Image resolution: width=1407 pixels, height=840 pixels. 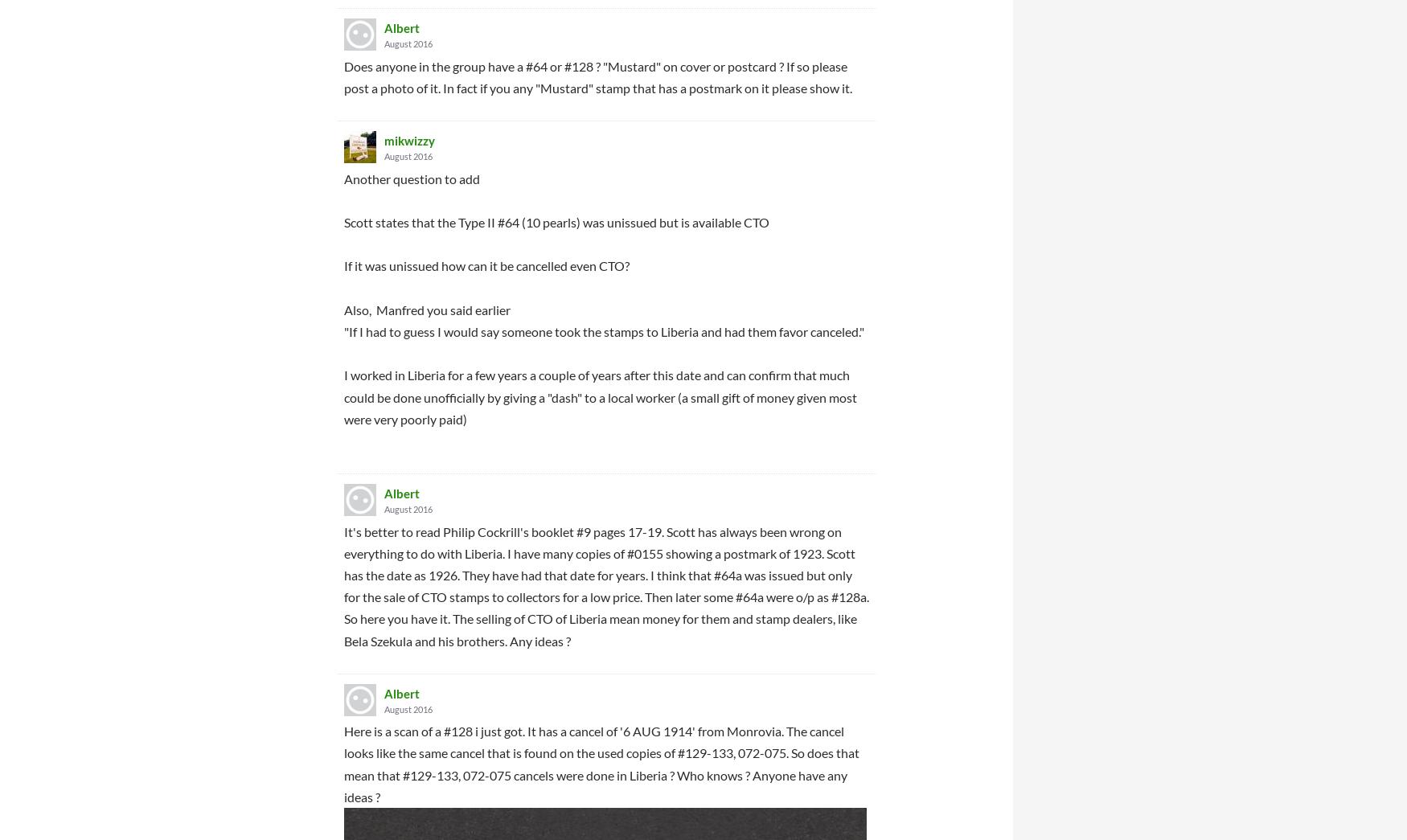 I want to click on 'If it was unissued how can it be cancelled even CTO?', so click(x=486, y=265).